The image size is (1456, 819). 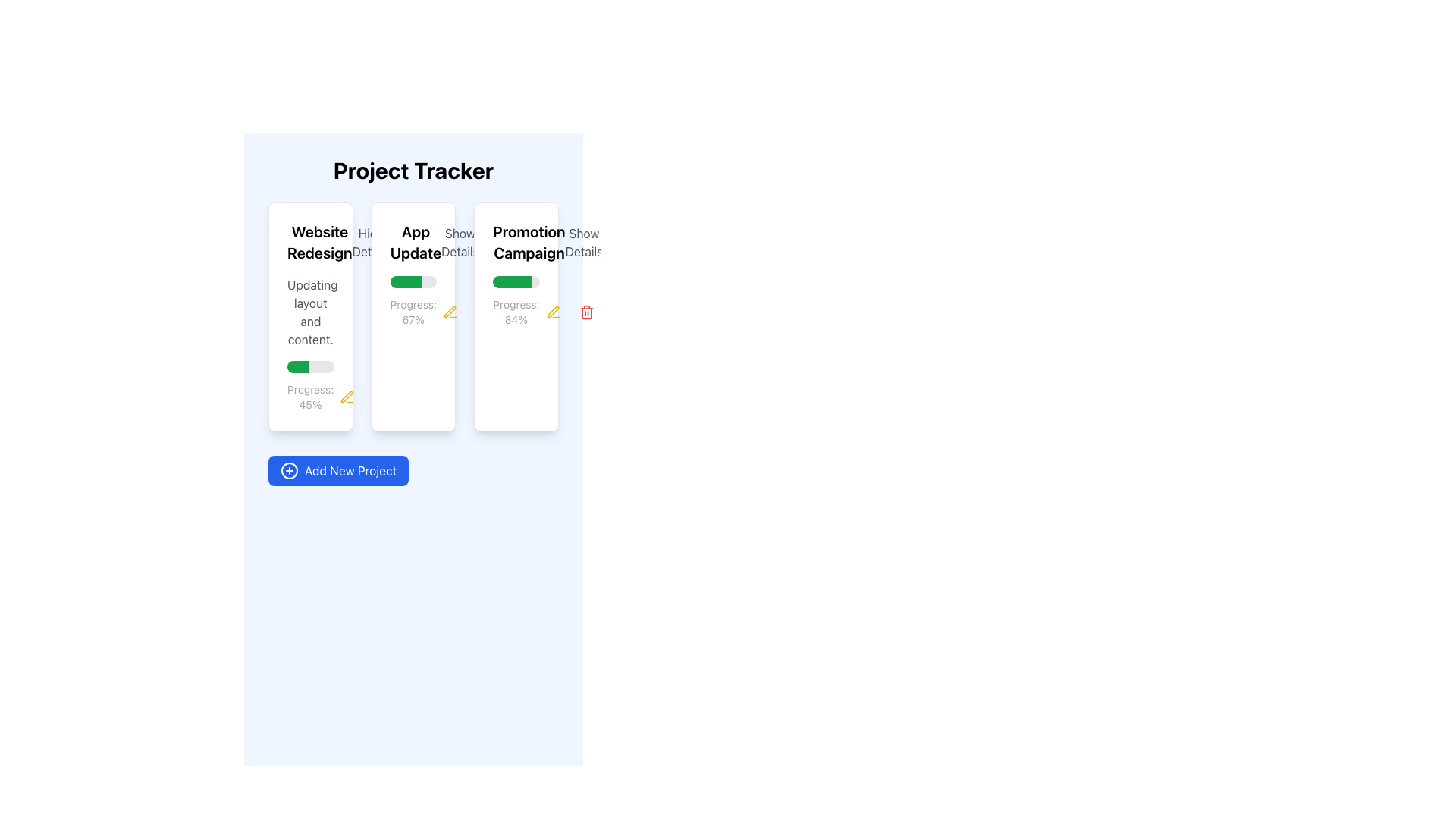 What do you see at coordinates (583, 242) in the screenshot?
I see `the 'Show Details' clickable text link, which is styled in gray and positioned to the right of the 'Promotion Campaign' text` at bounding box center [583, 242].